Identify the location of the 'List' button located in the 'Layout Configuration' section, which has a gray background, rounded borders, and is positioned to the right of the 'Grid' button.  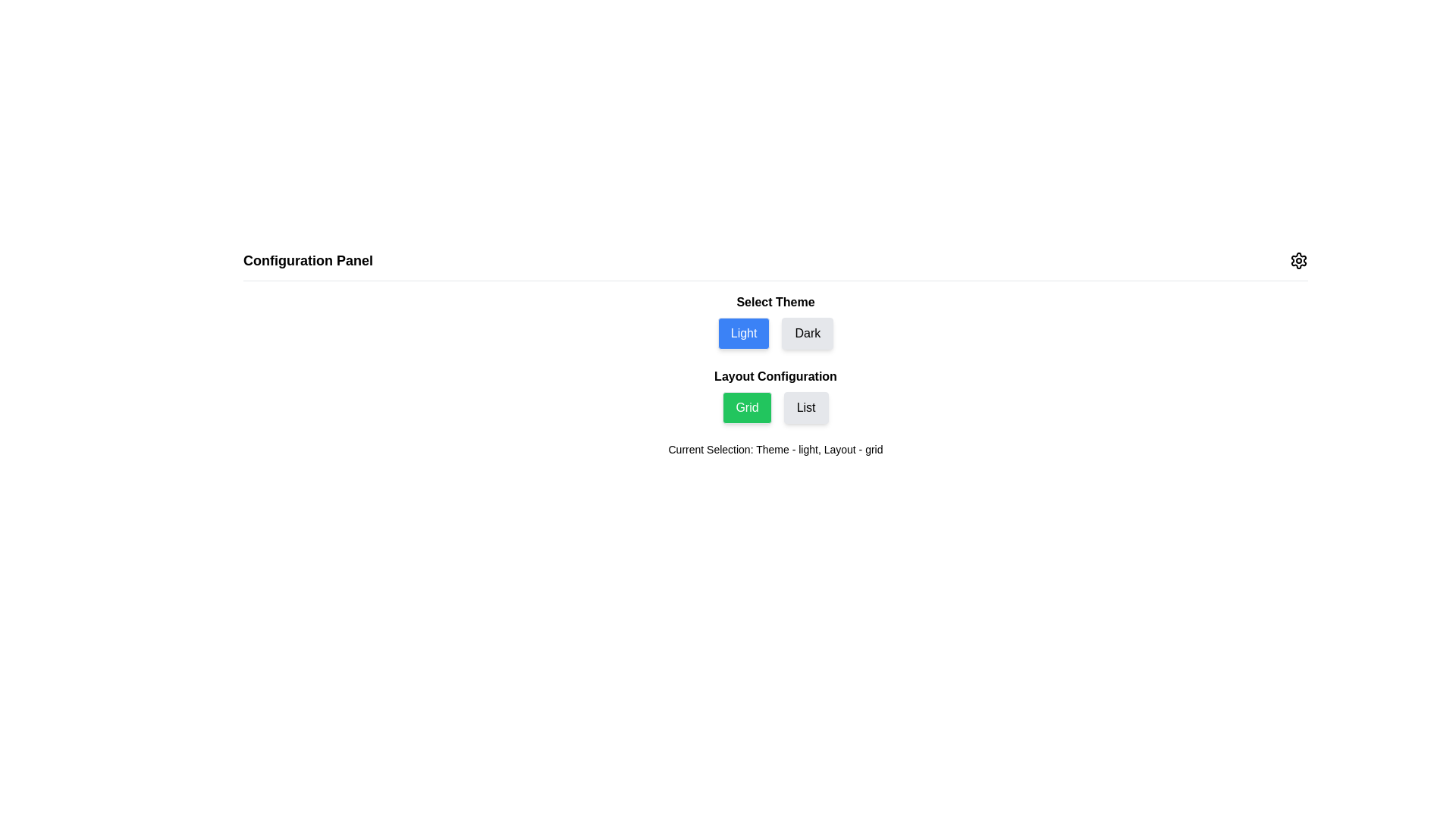
(805, 406).